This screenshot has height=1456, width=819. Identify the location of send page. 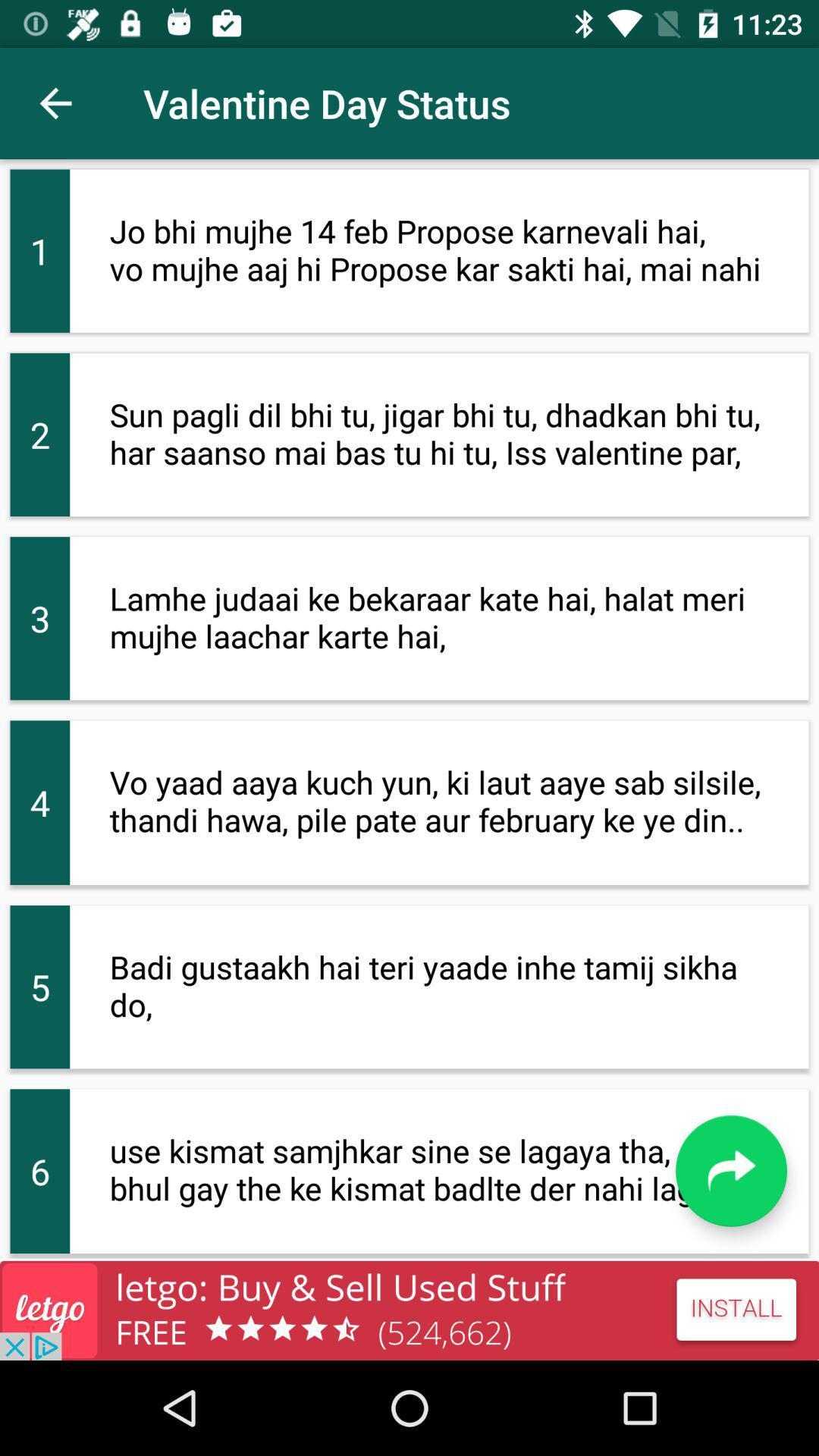
(730, 1170).